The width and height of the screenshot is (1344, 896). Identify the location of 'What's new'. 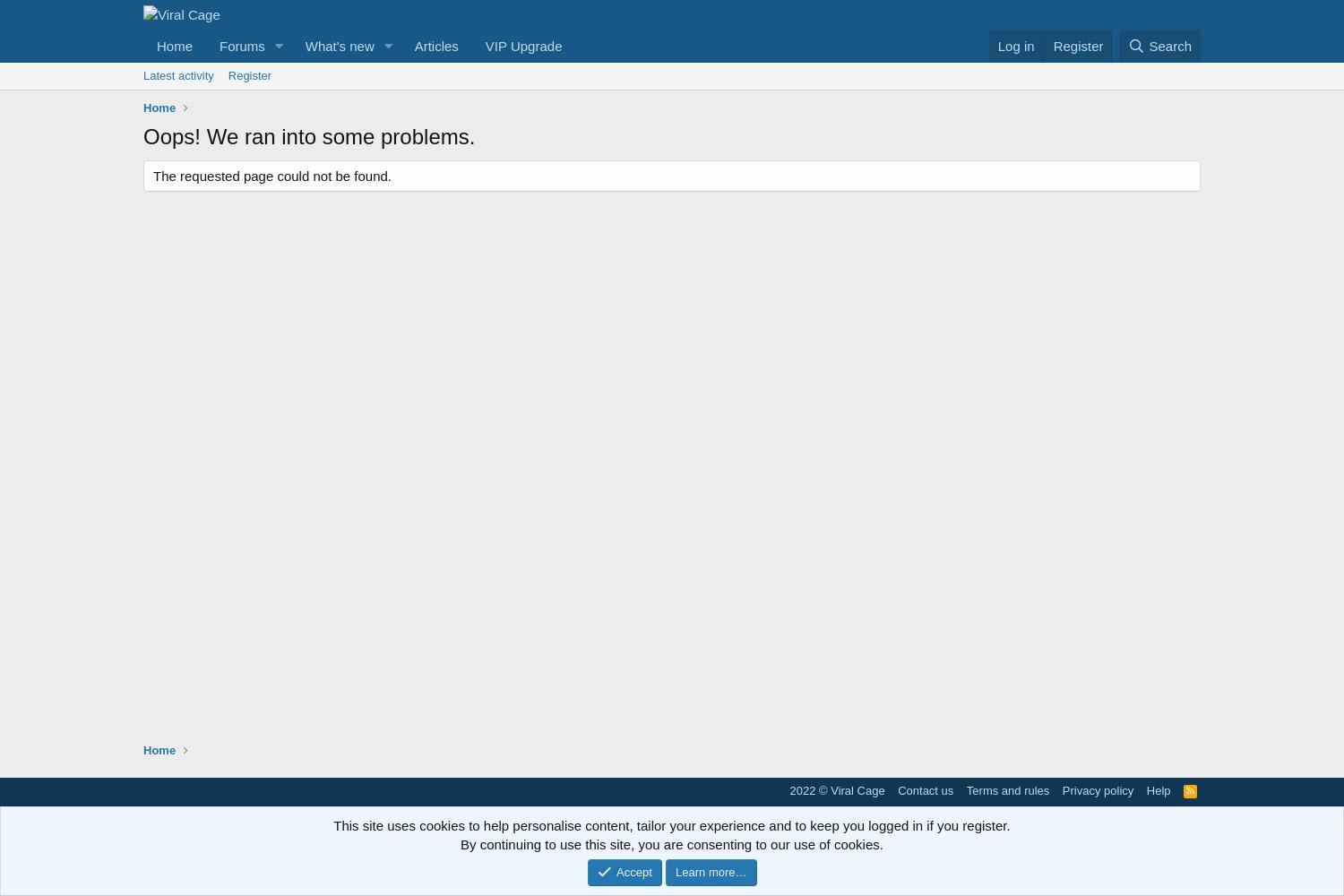
(339, 46).